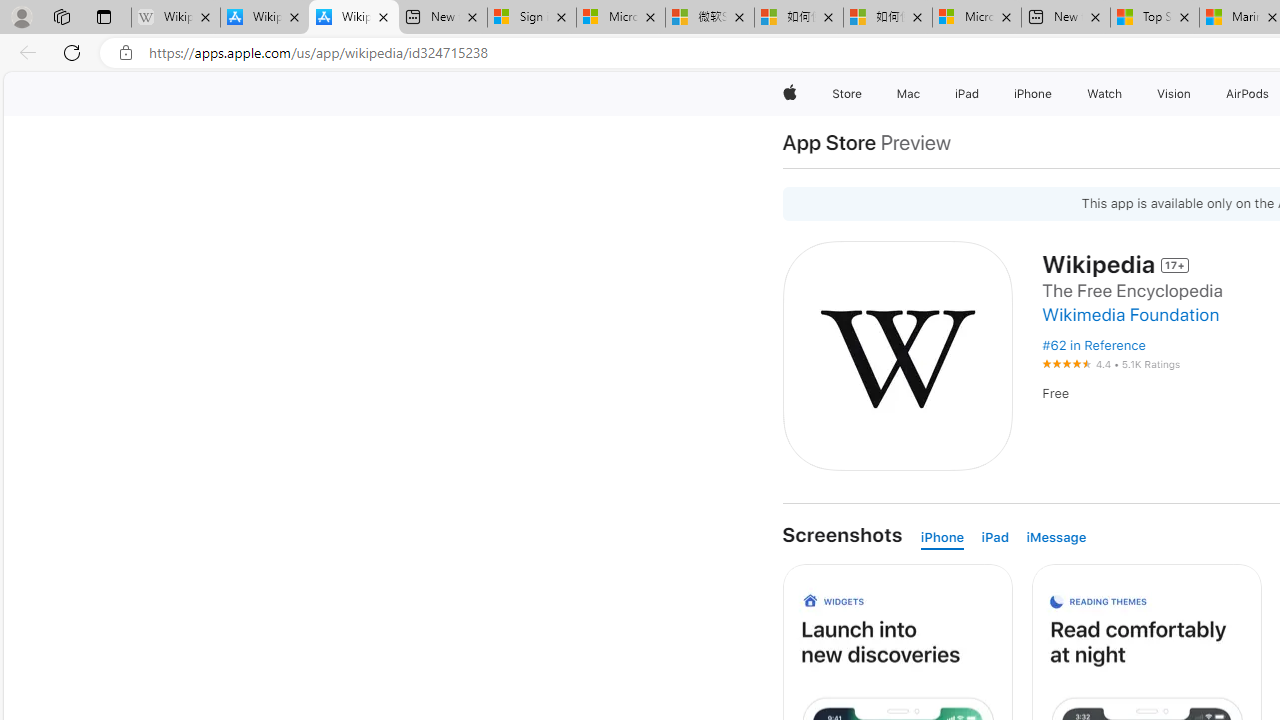 Image resolution: width=1280 pixels, height=720 pixels. I want to click on 'Apple', so click(788, 93).